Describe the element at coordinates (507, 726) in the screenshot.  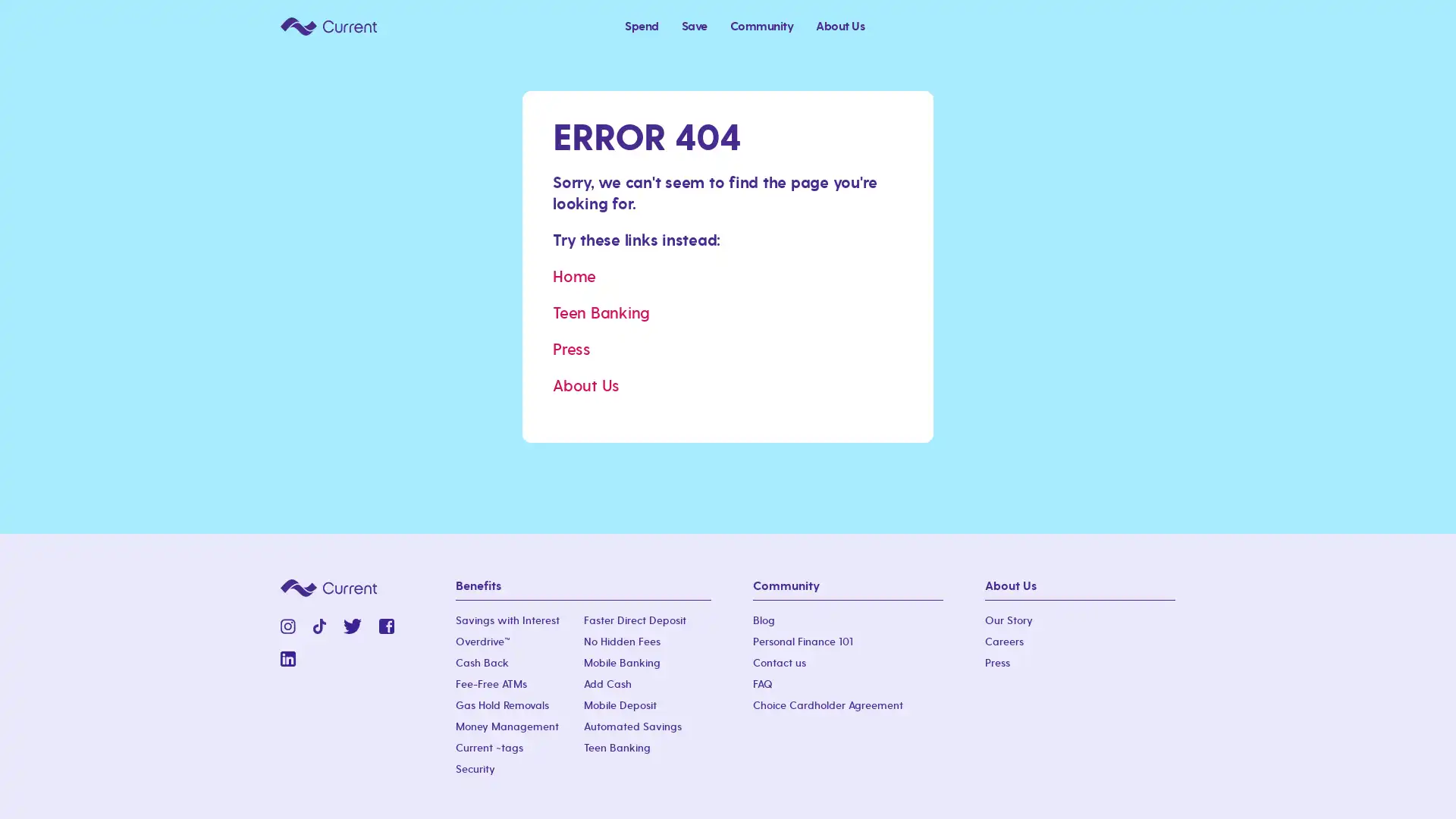
I see `Money Management` at that location.